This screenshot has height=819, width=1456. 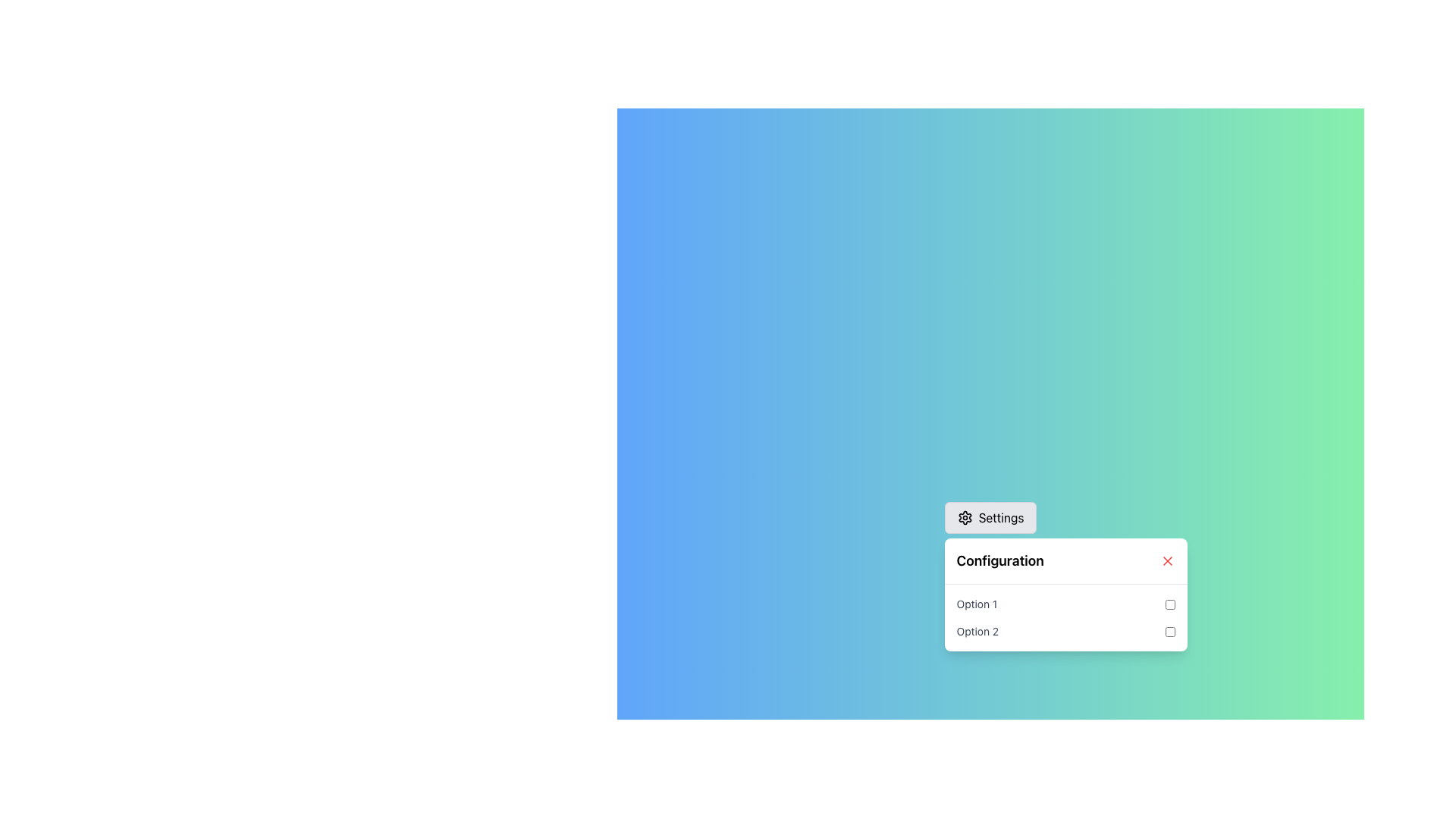 What do you see at coordinates (964, 516) in the screenshot?
I see `the outer gear shape of the settings icon located at the top area of the configuration card` at bounding box center [964, 516].